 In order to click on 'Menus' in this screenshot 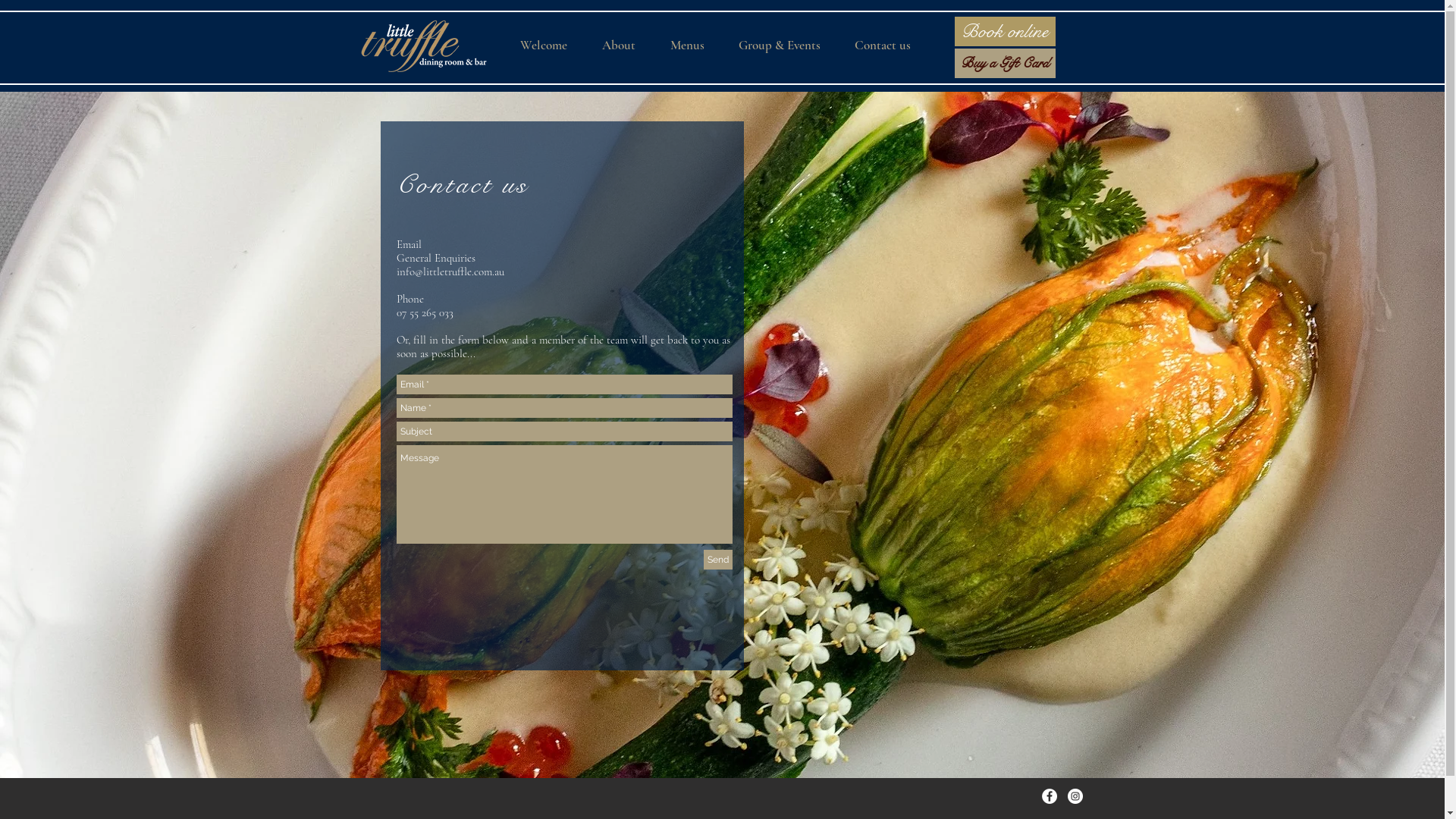, I will do `click(693, 45)`.